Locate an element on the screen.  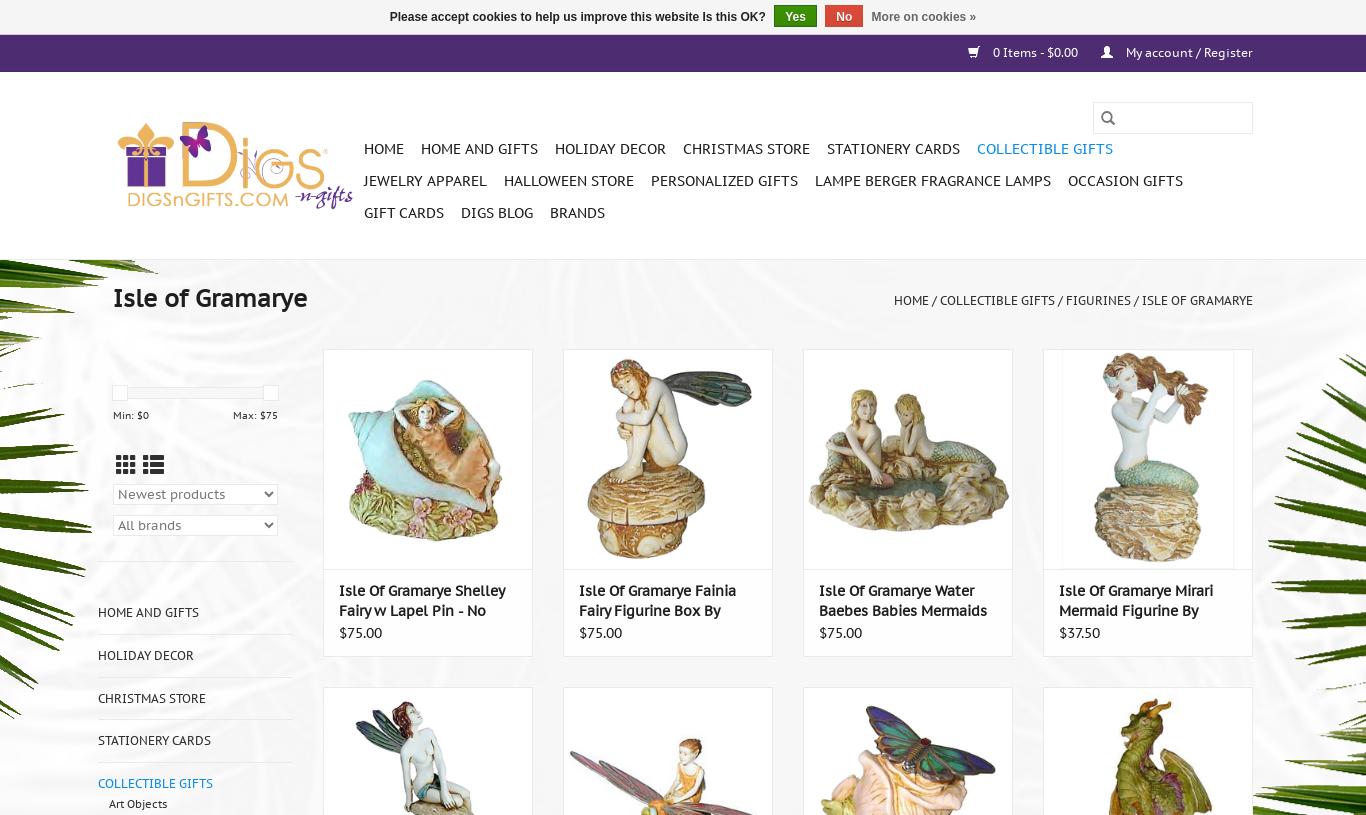
'More on cookies »' is located at coordinates (869, 16).